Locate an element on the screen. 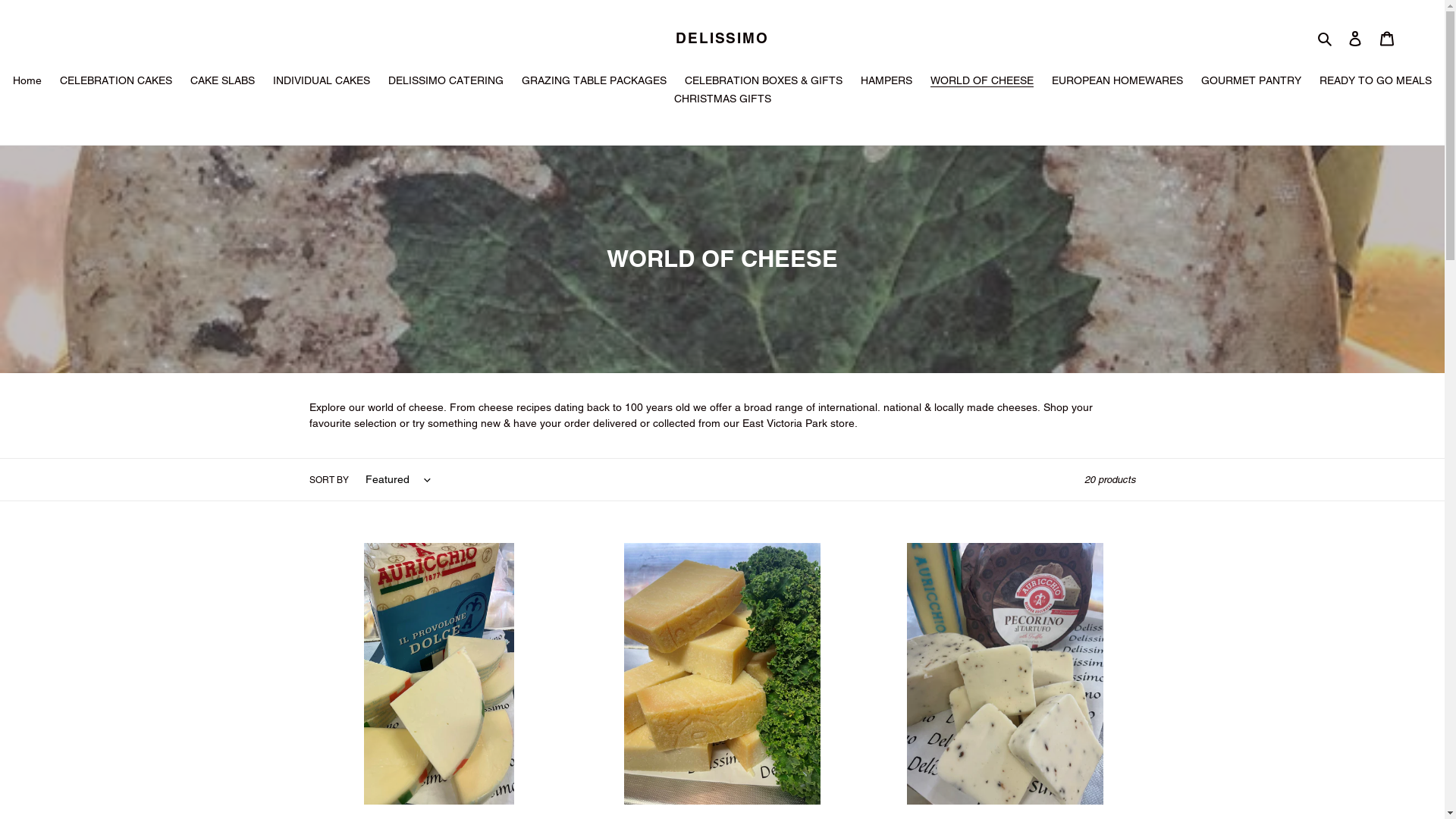 The width and height of the screenshot is (1456, 819). 'CAKE SLABS' is located at coordinates (221, 82).